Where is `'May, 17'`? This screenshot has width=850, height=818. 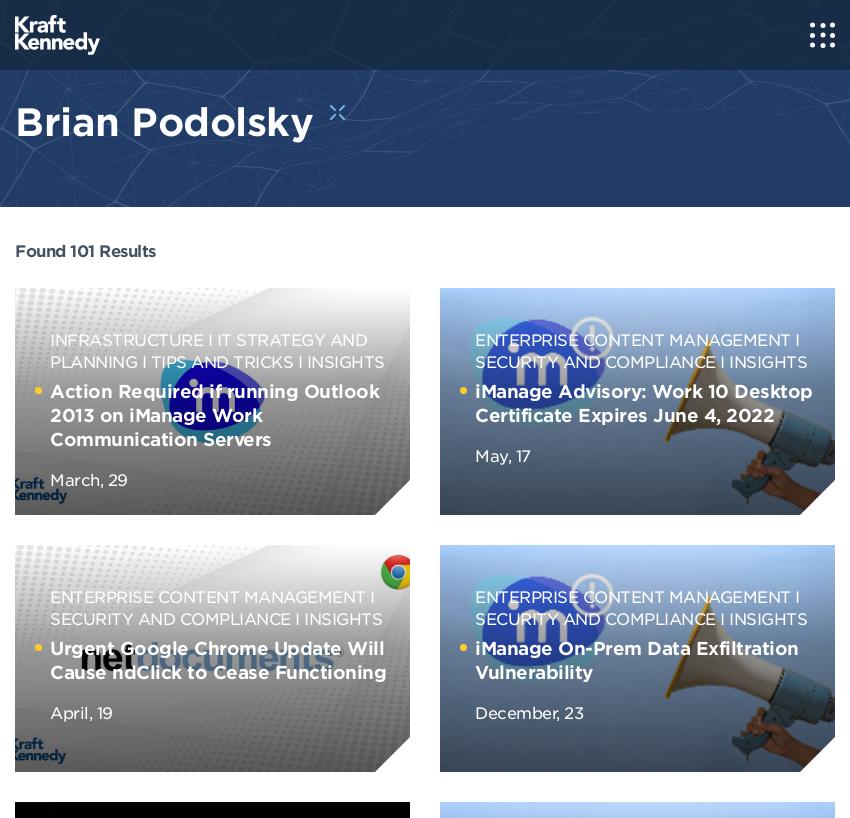
'May, 17' is located at coordinates (502, 453).